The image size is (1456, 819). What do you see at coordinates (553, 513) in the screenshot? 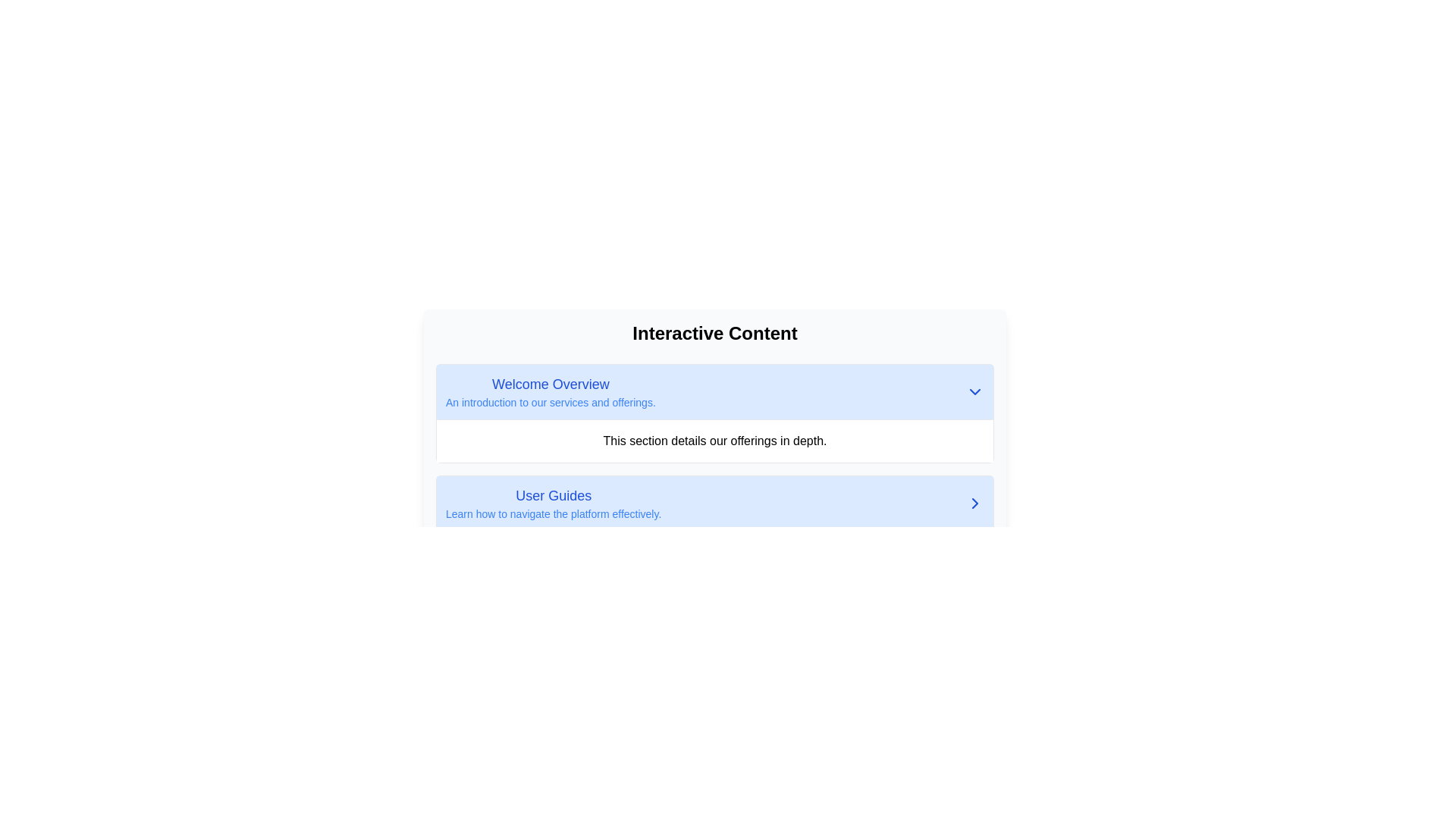
I see `the informational text label located below the 'User Guides' heading, which is part of a light blue section` at bounding box center [553, 513].